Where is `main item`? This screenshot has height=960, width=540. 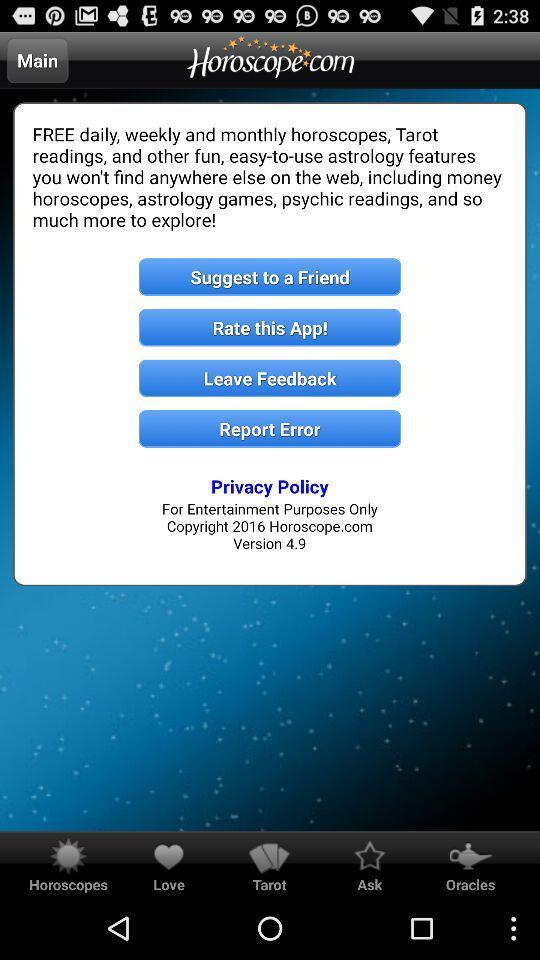
main item is located at coordinates (37, 59).